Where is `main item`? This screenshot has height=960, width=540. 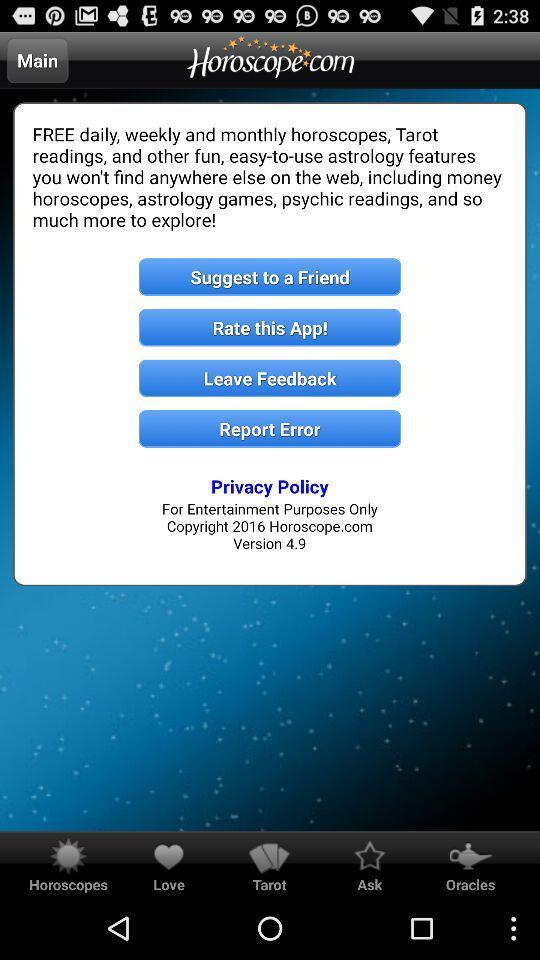
main item is located at coordinates (37, 59).